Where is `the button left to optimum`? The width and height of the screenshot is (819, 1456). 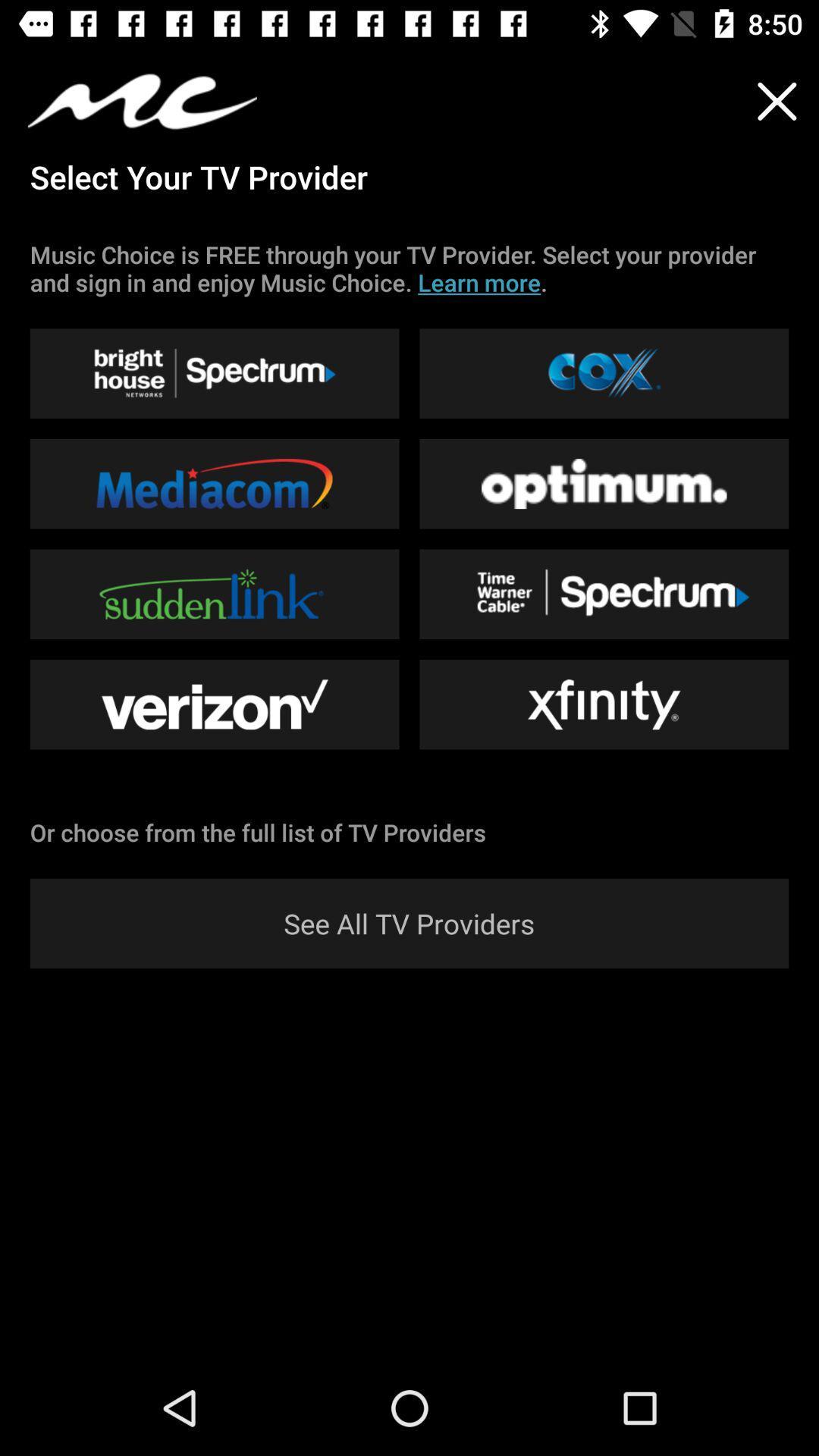
the button left to optimum is located at coordinates (215, 483).